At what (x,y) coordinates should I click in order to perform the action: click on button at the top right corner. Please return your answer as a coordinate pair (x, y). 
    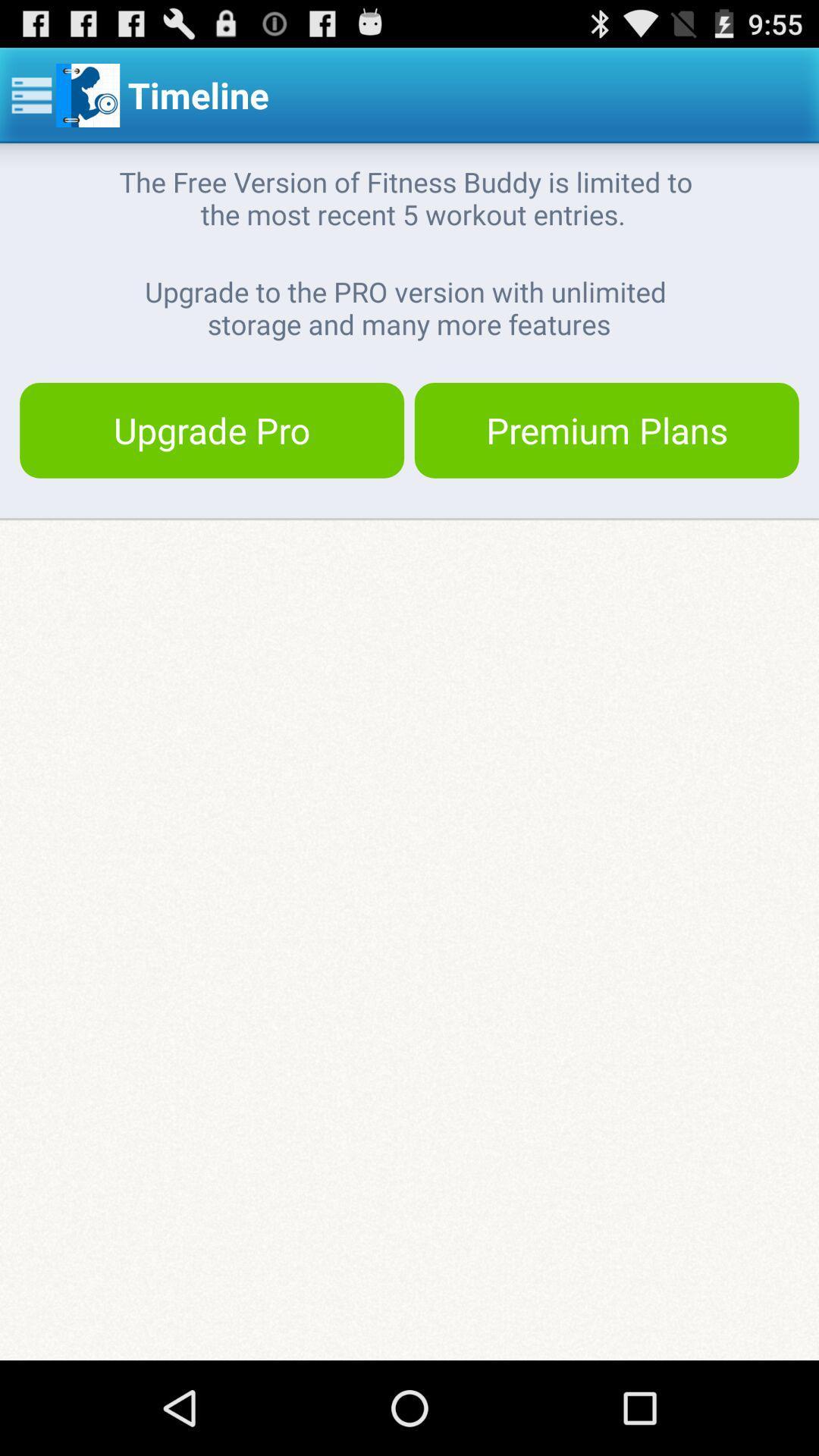
    Looking at the image, I should click on (606, 429).